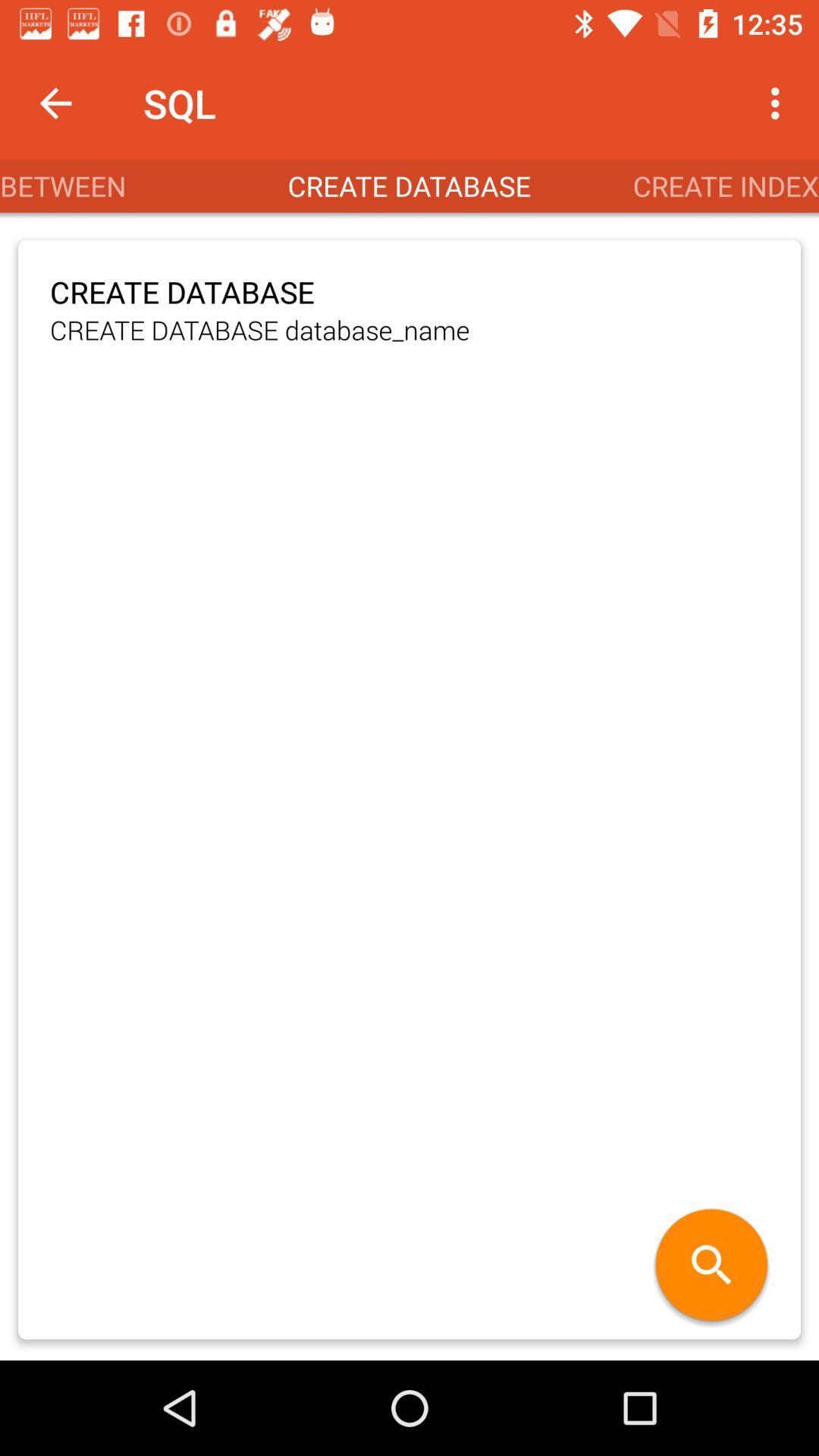 This screenshot has height=1456, width=819. Describe the element at coordinates (55, 102) in the screenshot. I see `icon above between item` at that location.